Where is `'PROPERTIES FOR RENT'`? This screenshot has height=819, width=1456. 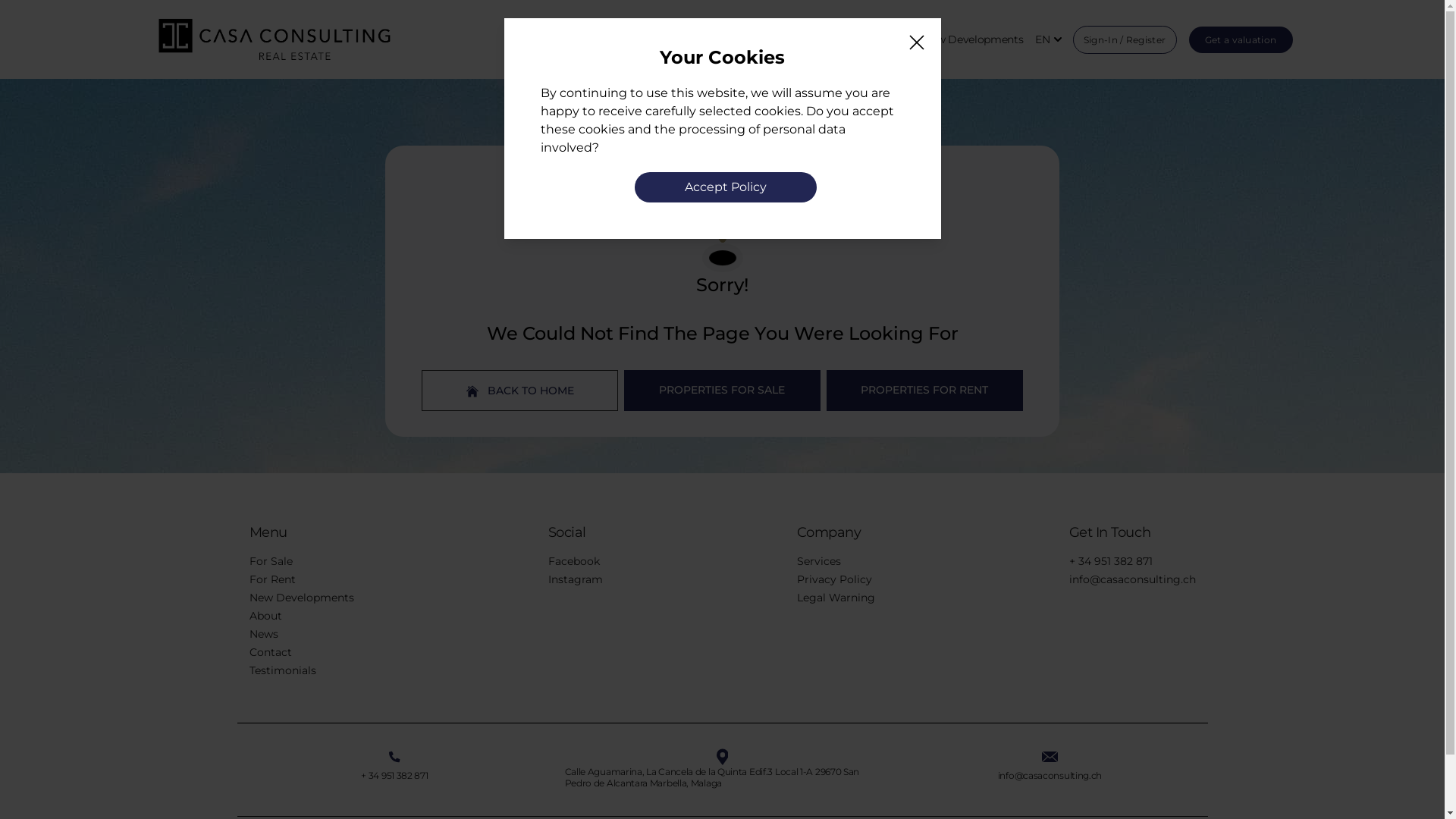
'PROPERTIES FOR RENT' is located at coordinates (924, 390).